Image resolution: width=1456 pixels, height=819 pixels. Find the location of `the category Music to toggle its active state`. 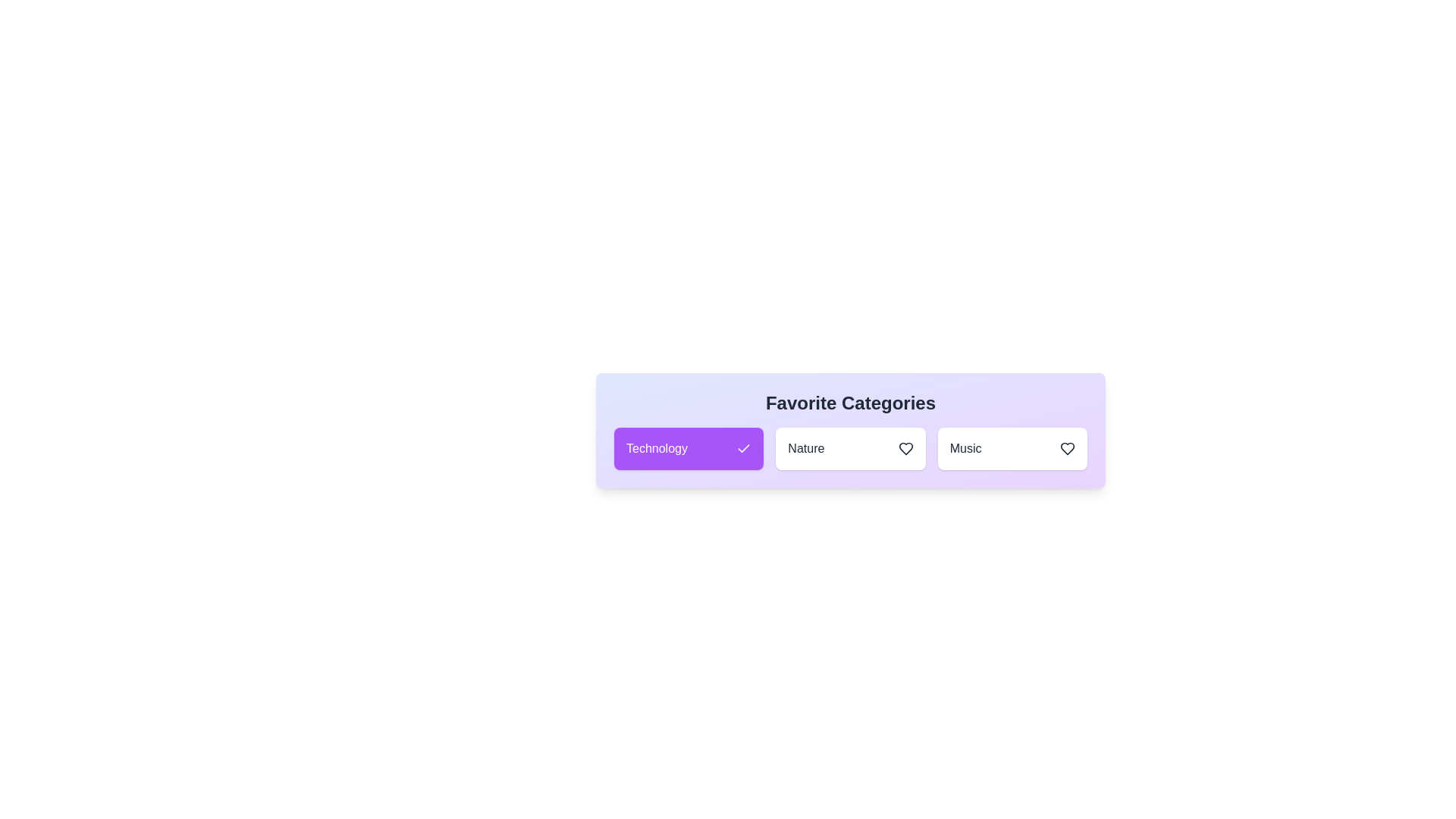

the category Music to toggle its active state is located at coordinates (1012, 447).